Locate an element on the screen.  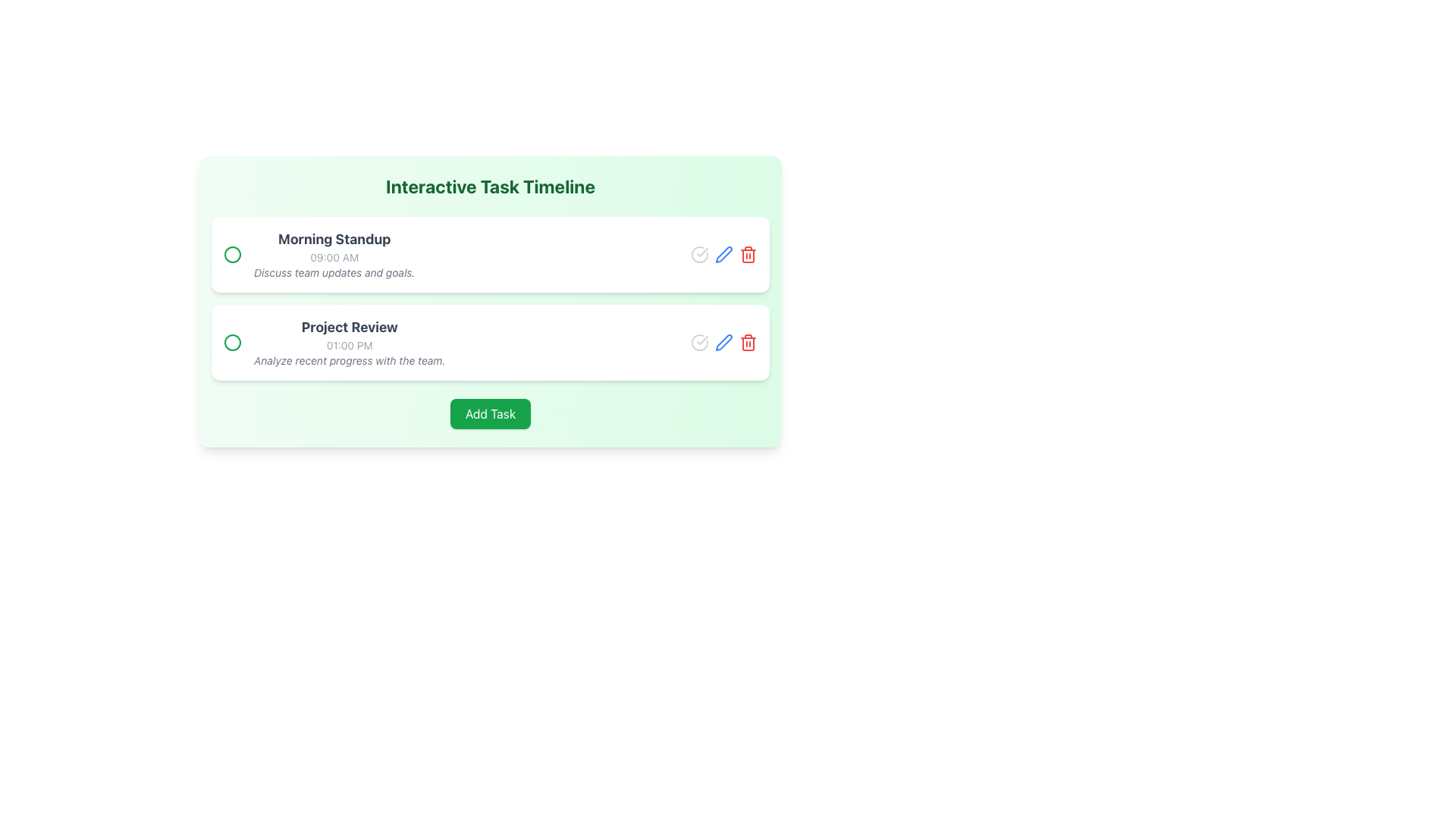
header text located at the top of the section, providing context to the tasks and their schedules is located at coordinates (491, 186).